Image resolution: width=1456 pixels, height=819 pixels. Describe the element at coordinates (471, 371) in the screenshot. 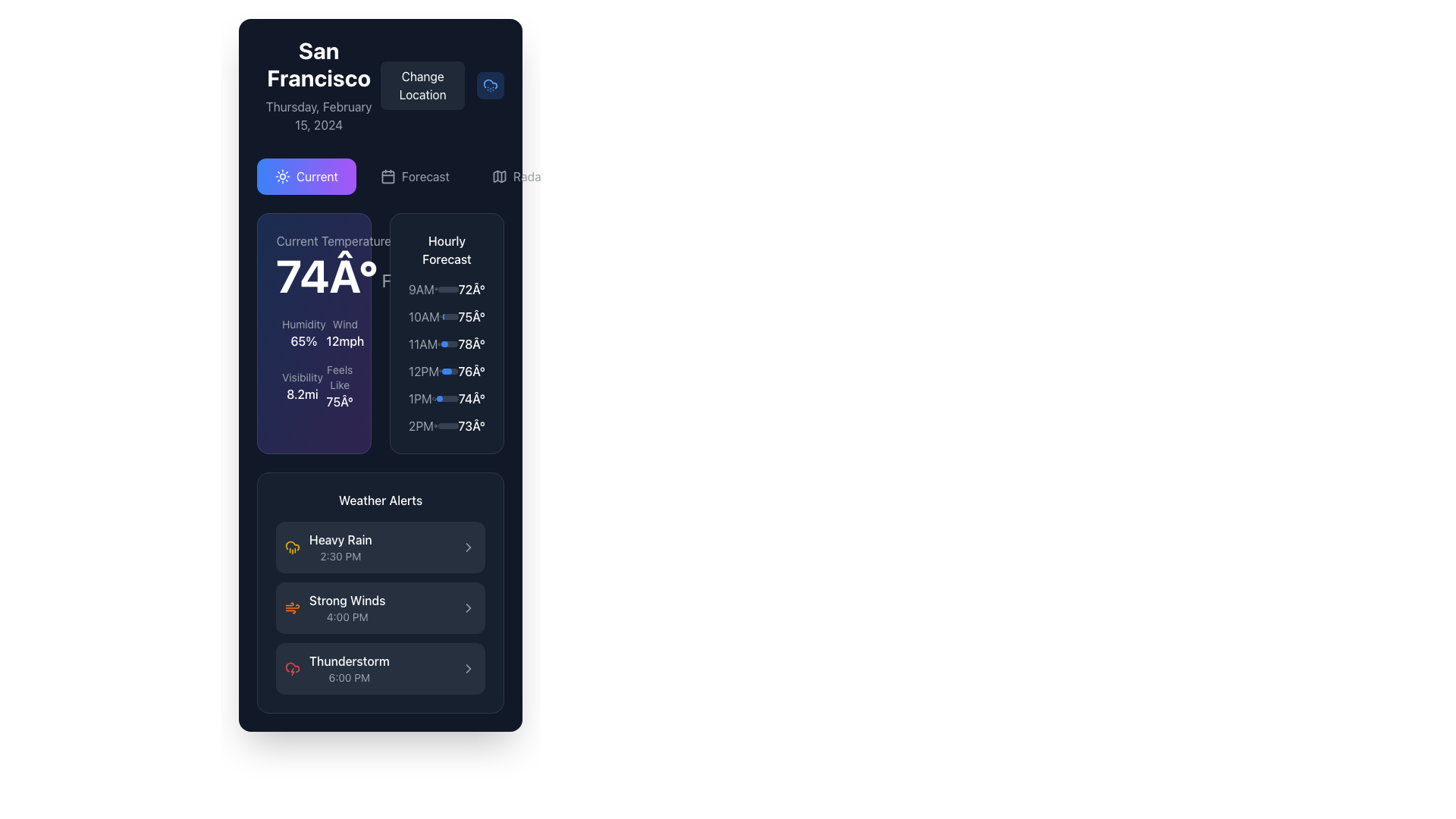

I see `the temperature display showing '76Â°' in white text, which is the rightmost element under the '12PM' label in the hourly forecast section of the weather application` at that location.